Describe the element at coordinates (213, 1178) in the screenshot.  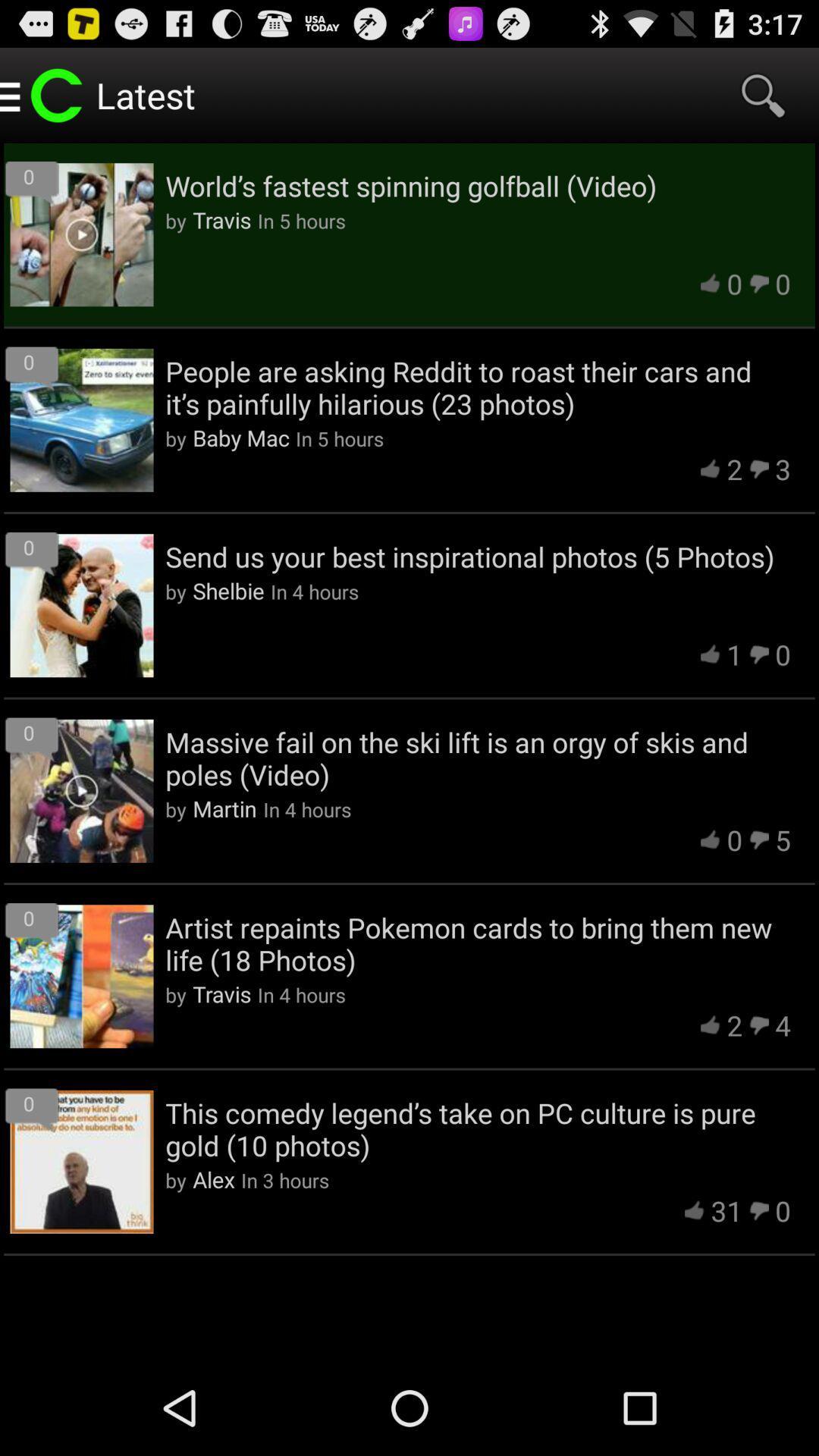
I see `the app to the right of by icon` at that location.